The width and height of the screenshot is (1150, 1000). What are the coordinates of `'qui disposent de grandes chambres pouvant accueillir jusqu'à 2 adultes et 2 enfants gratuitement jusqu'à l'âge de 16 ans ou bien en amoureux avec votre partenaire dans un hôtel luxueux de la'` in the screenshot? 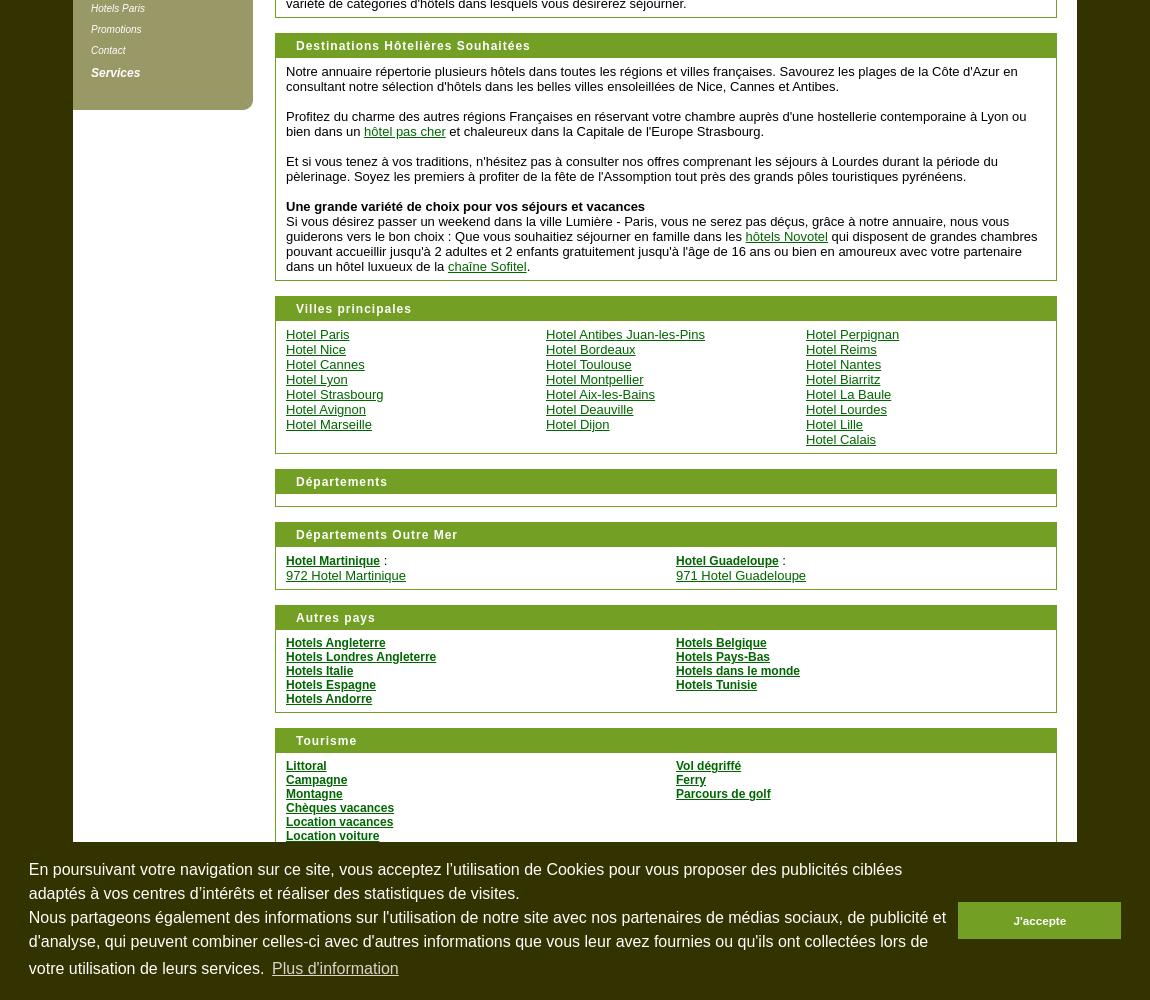 It's located at (660, 251).